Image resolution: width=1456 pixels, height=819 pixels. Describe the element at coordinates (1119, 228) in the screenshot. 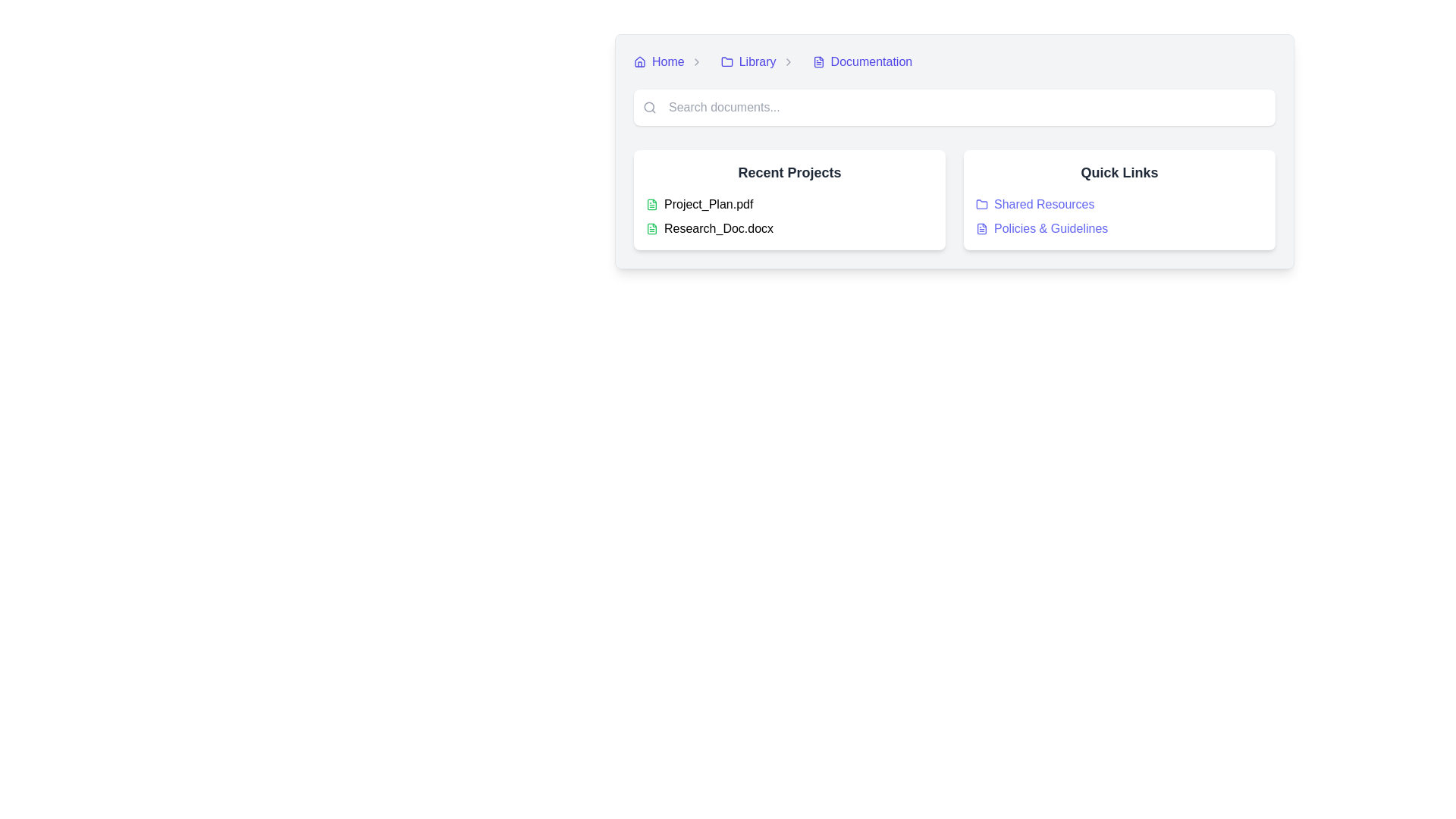

I see `the icon of the 'Policies & Guidelines' hyperlink with icon located in the 'Quick Links' section, positioned below the 'Shared Resources' hyperlink` at that location.